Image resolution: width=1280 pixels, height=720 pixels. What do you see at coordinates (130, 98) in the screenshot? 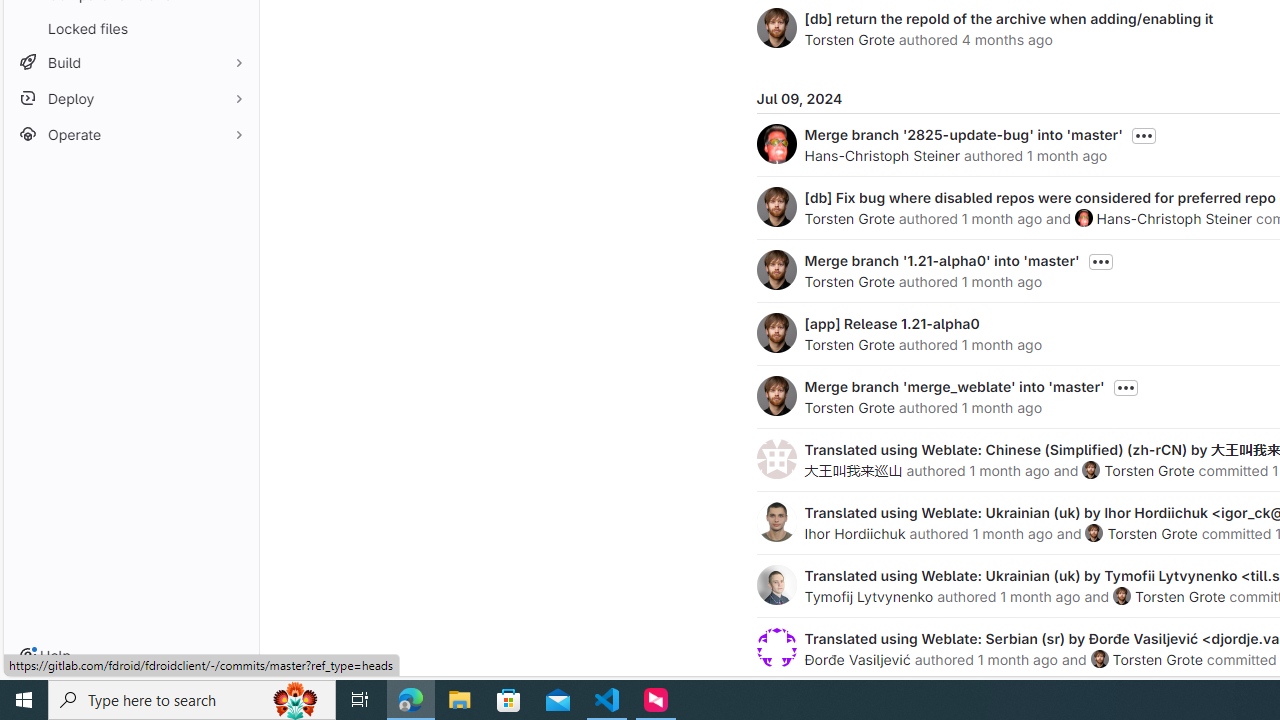
I see `'Deploy'` at bounding box center [130, 98].